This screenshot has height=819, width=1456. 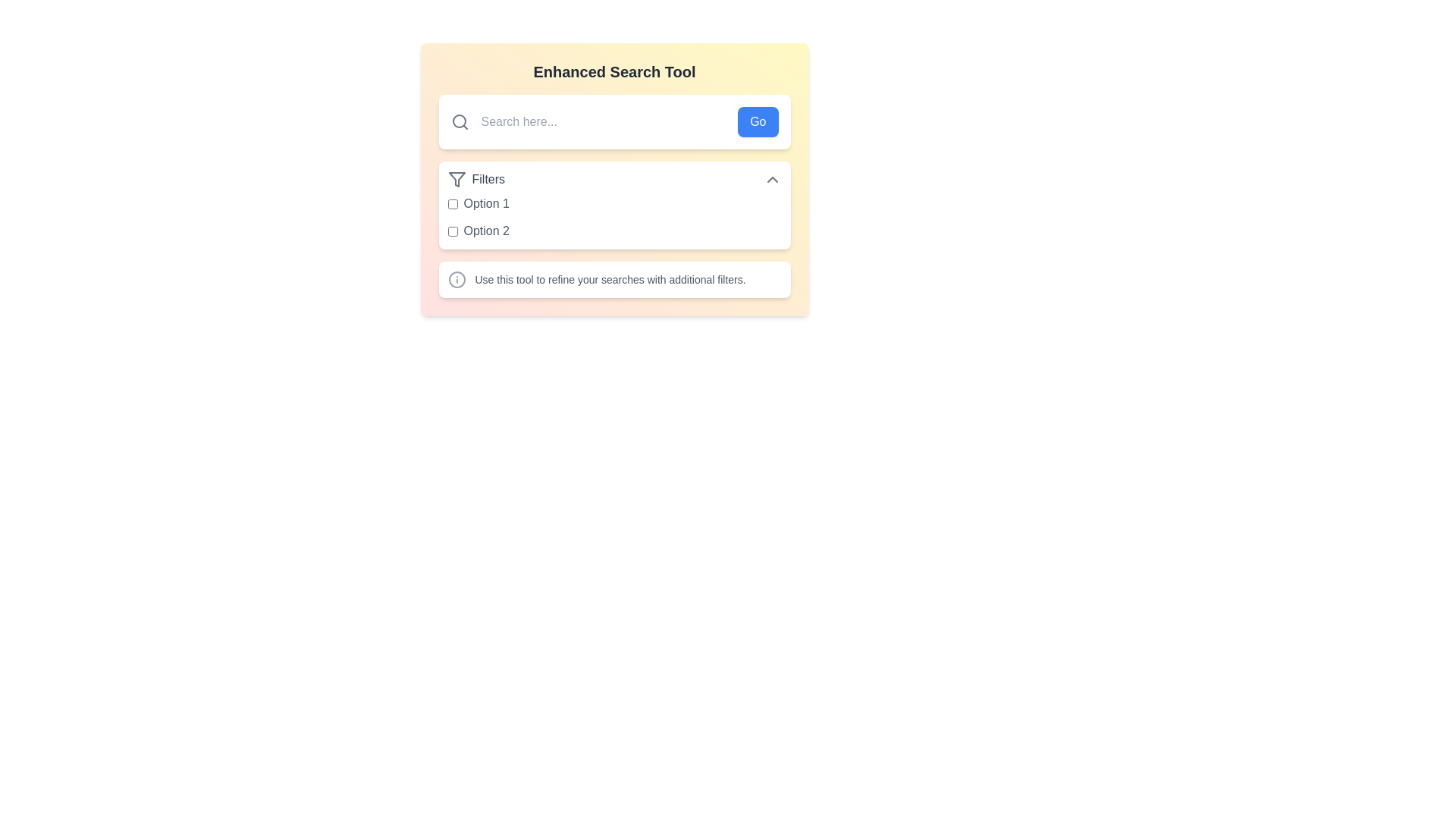 I want to click on the text label displaying 'Option 1' in gray color, which is styled with a clean, sans-serif font and positioned to the right of a checkbox, so click(x=486, y=203).